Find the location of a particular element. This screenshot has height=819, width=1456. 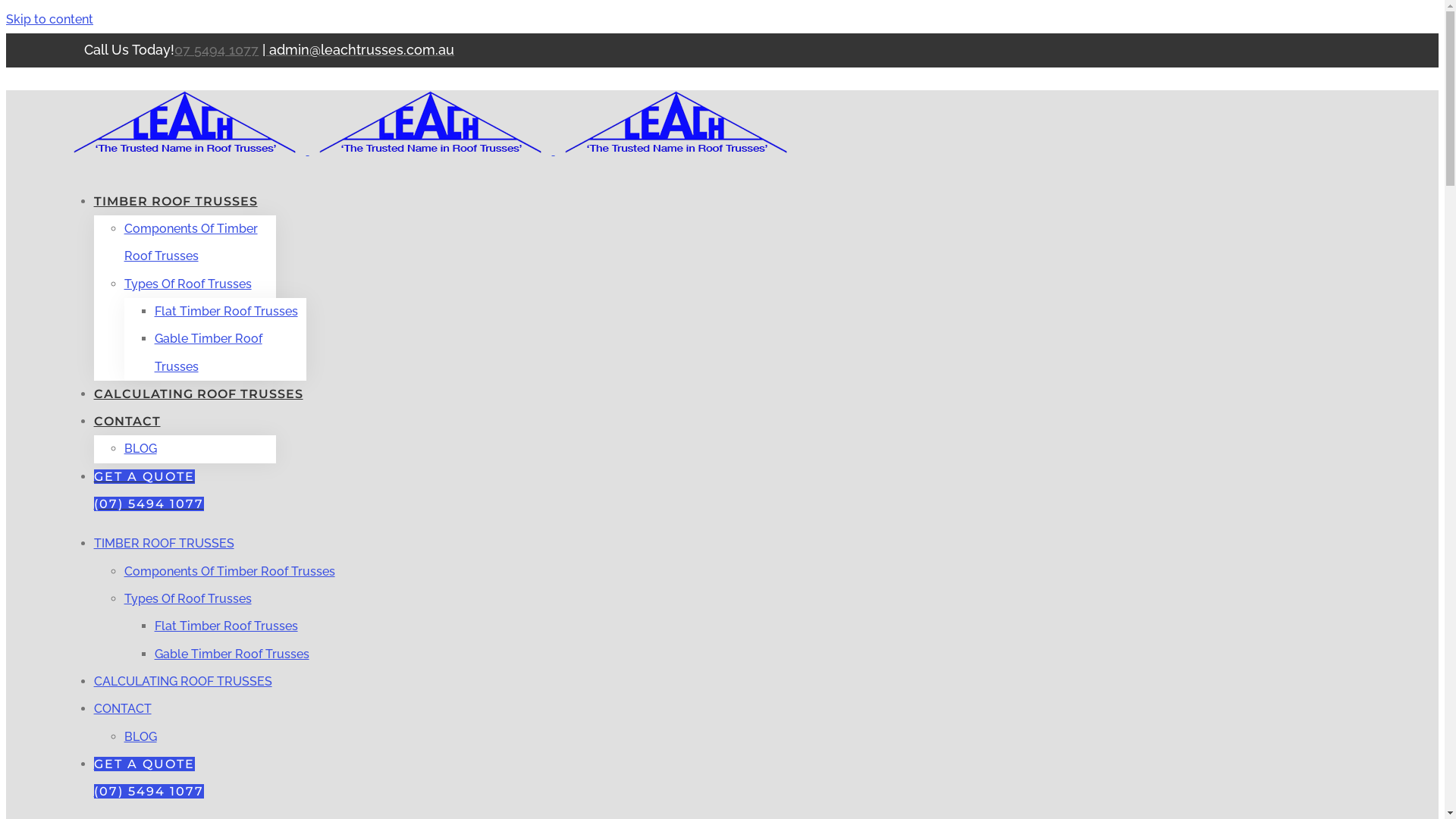

'TIMBER ROOF TRUSSES' is located at coordinates (164, 542).